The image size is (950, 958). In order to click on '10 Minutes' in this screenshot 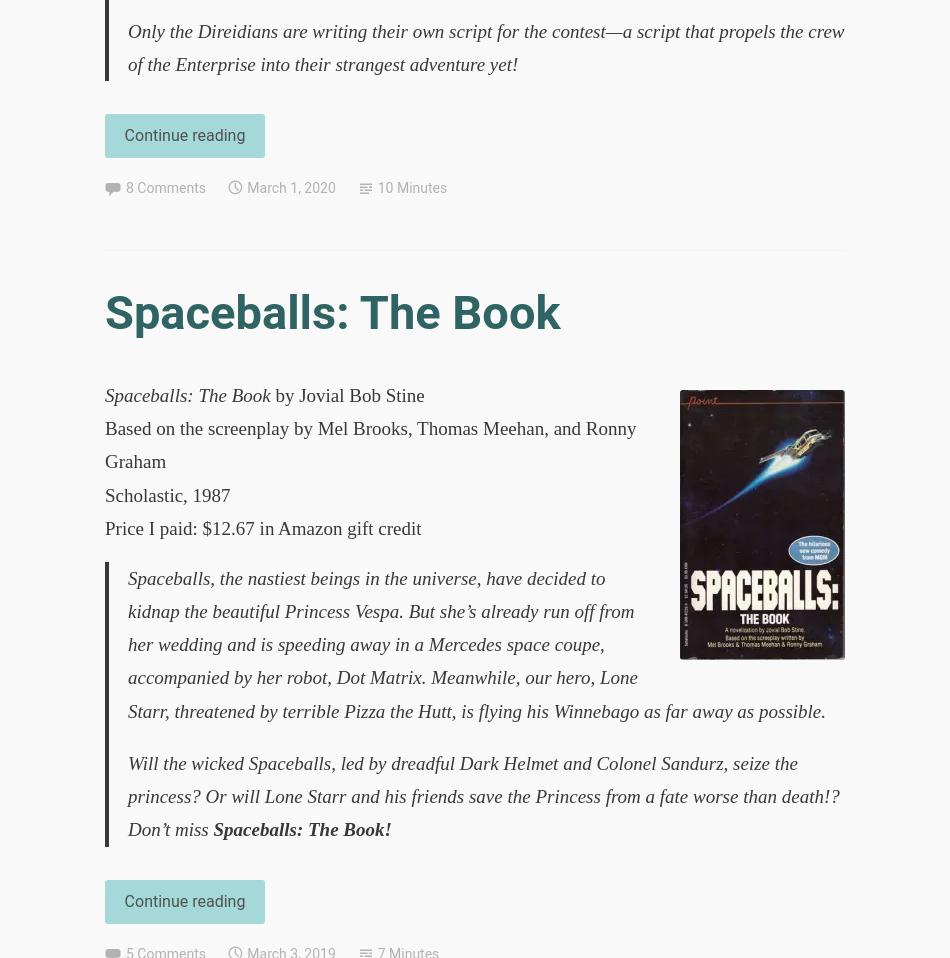, I will do `click(375, 186)`.